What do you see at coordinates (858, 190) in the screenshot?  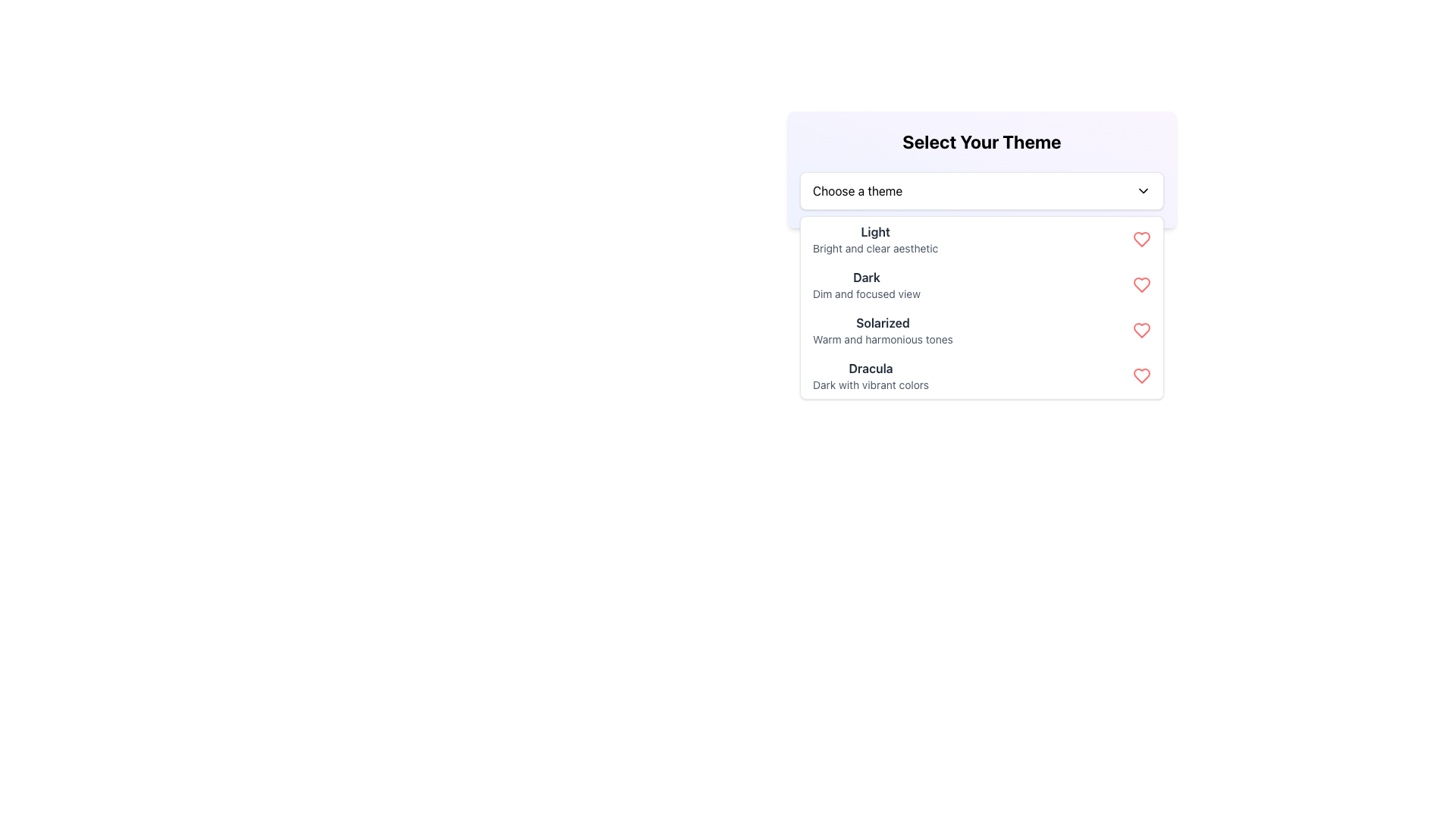 I see `the 'Choose a theme' text label to highlight it, which is positioned inside a white box with rounded corners on the left side of the dropdown section` at bounding box center [858, 190].